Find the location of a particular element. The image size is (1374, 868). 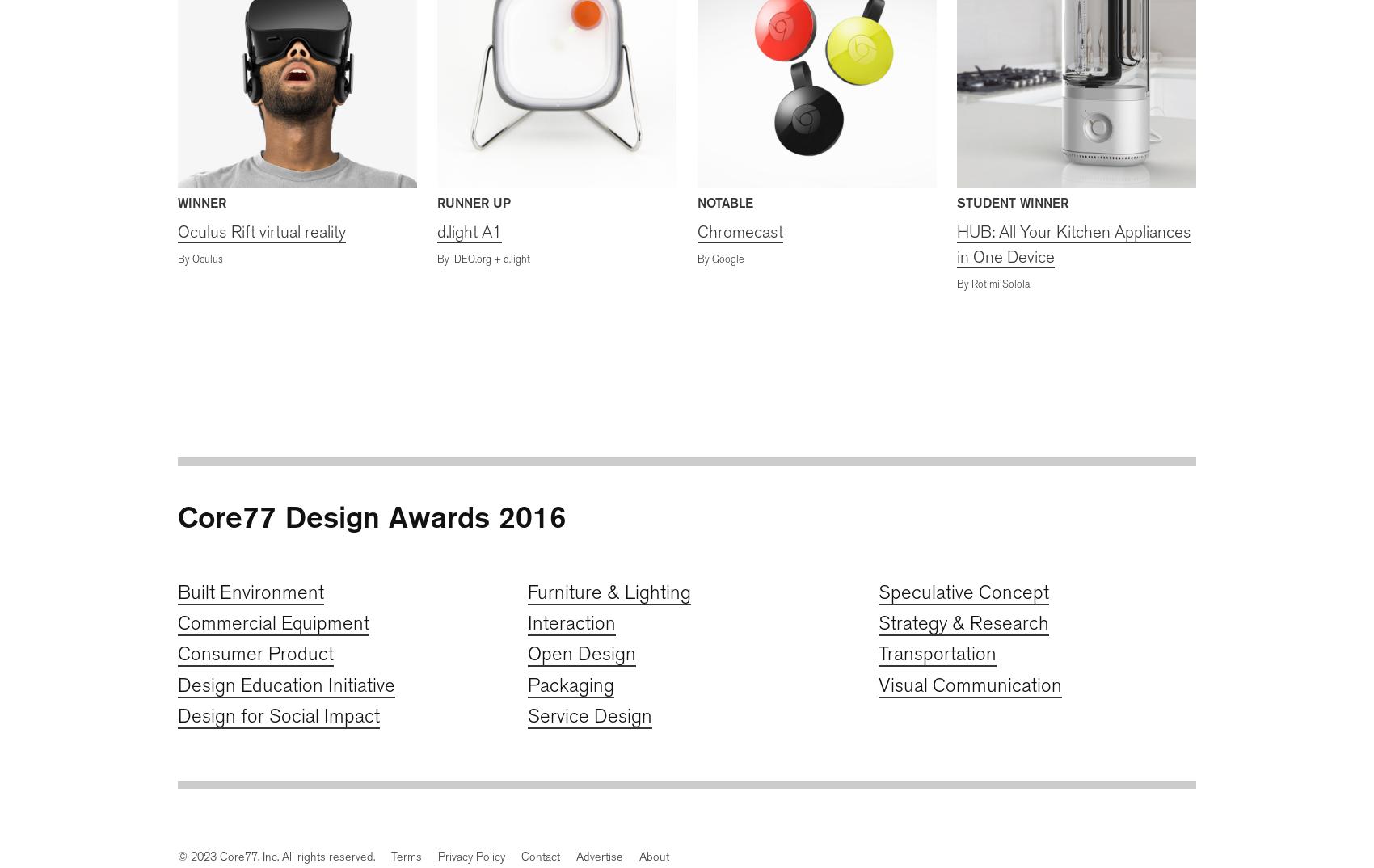

'Core77 Design Awards 2016' is located at coordinates (372, 516).